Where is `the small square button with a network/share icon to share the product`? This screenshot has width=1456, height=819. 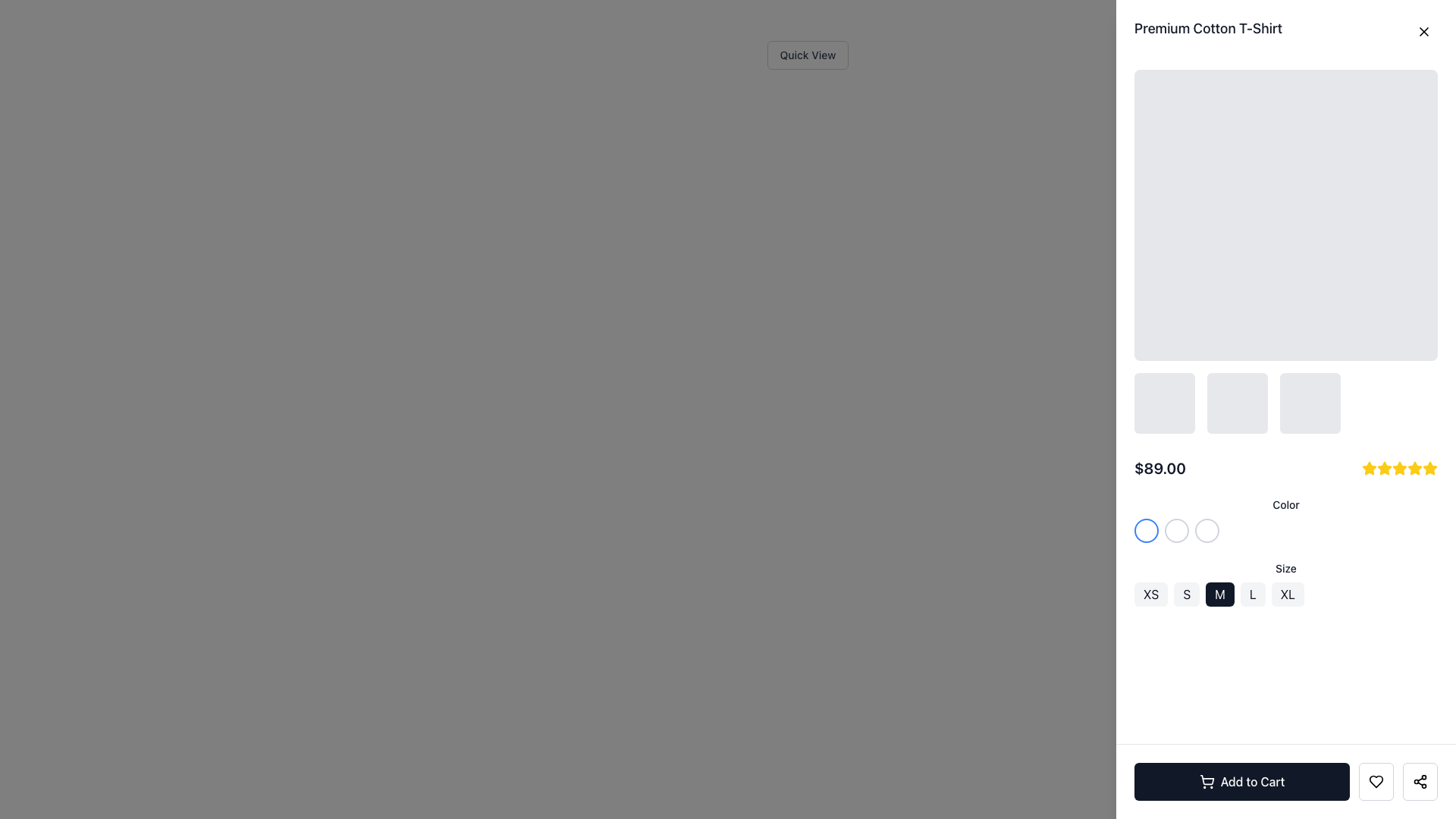
the small square button with a network/share icon to share the product is located at coordinates (1419, 781).